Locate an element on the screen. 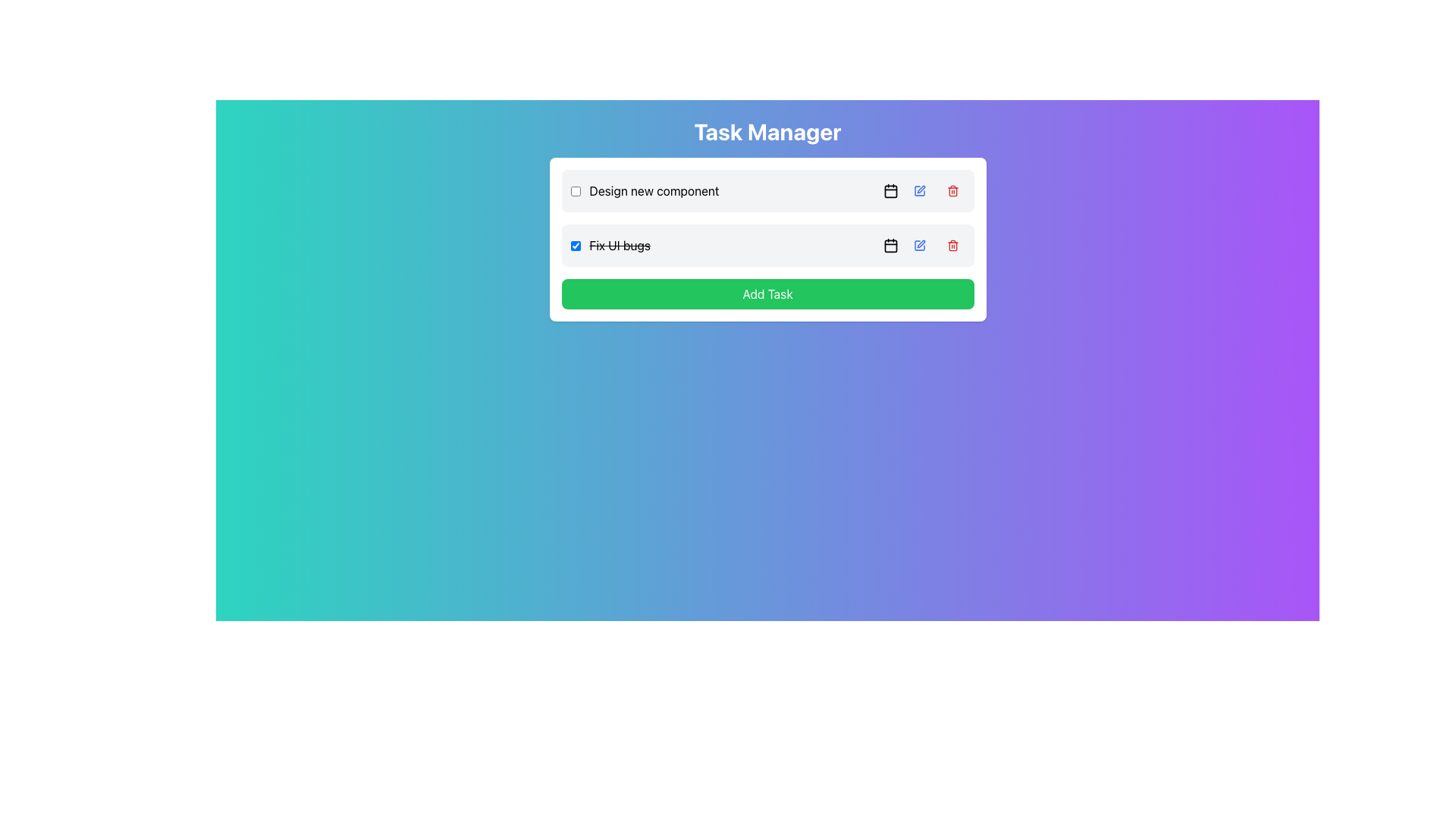 This screenshot has width=1456, height=819. the delete button located in the second task row of the task list is located at coordinates (952, 190).